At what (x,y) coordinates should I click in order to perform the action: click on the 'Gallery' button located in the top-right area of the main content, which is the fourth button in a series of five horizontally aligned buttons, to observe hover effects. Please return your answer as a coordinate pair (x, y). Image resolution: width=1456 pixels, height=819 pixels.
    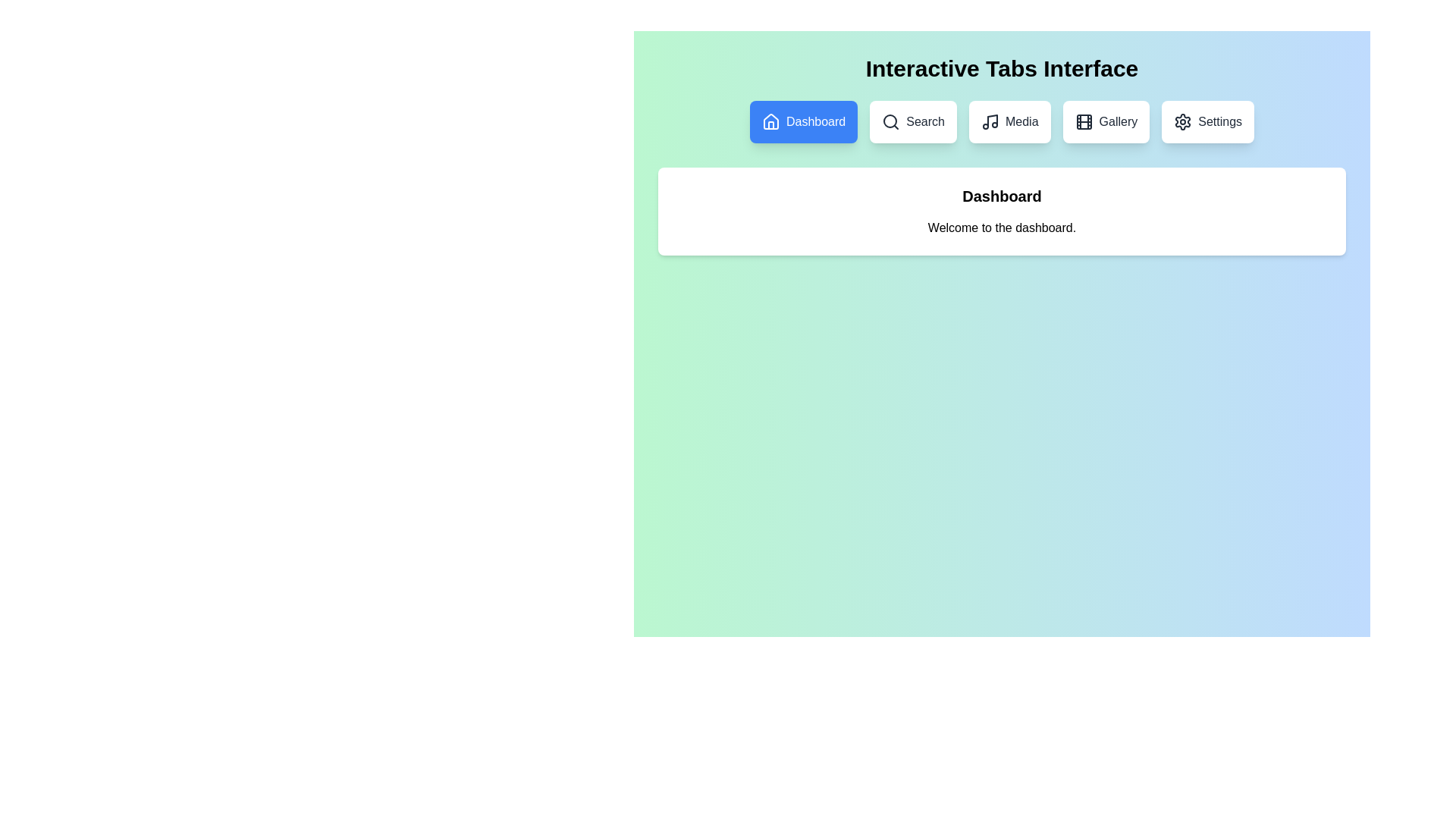
    Looking at the image, I should click on (1106, 121).